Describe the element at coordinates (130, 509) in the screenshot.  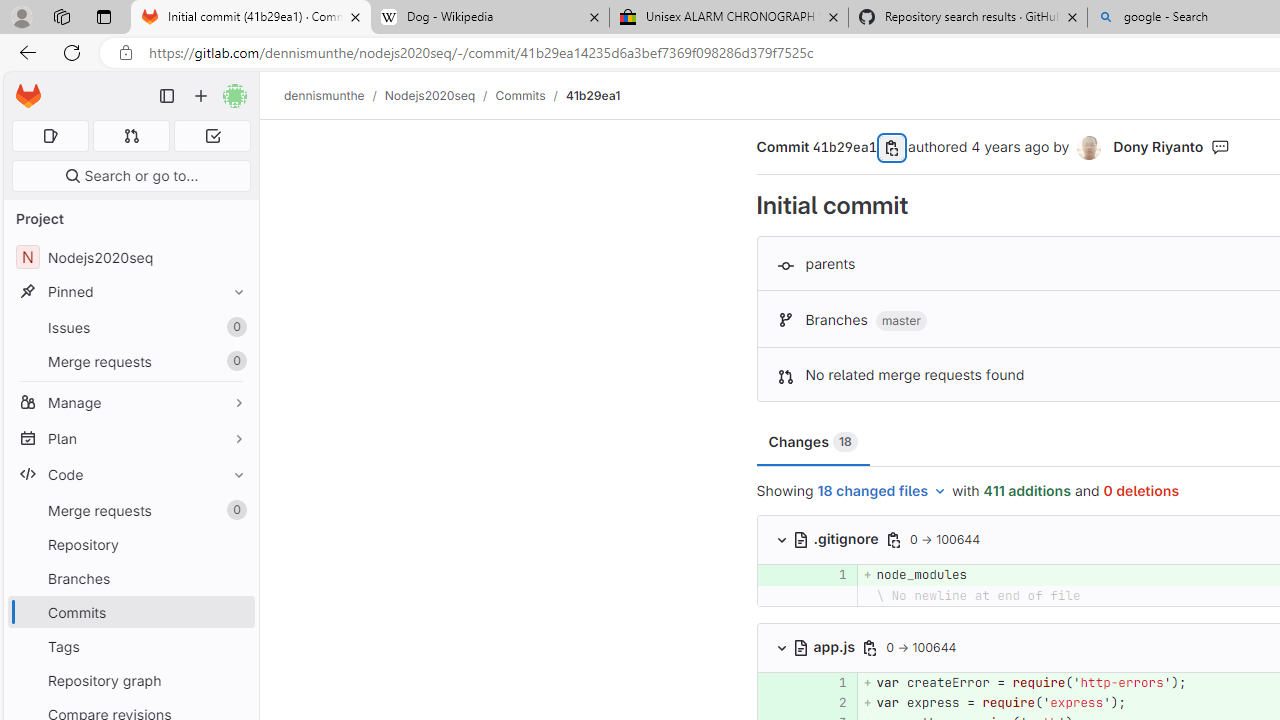
I see `'Merge requests0'` at that location.